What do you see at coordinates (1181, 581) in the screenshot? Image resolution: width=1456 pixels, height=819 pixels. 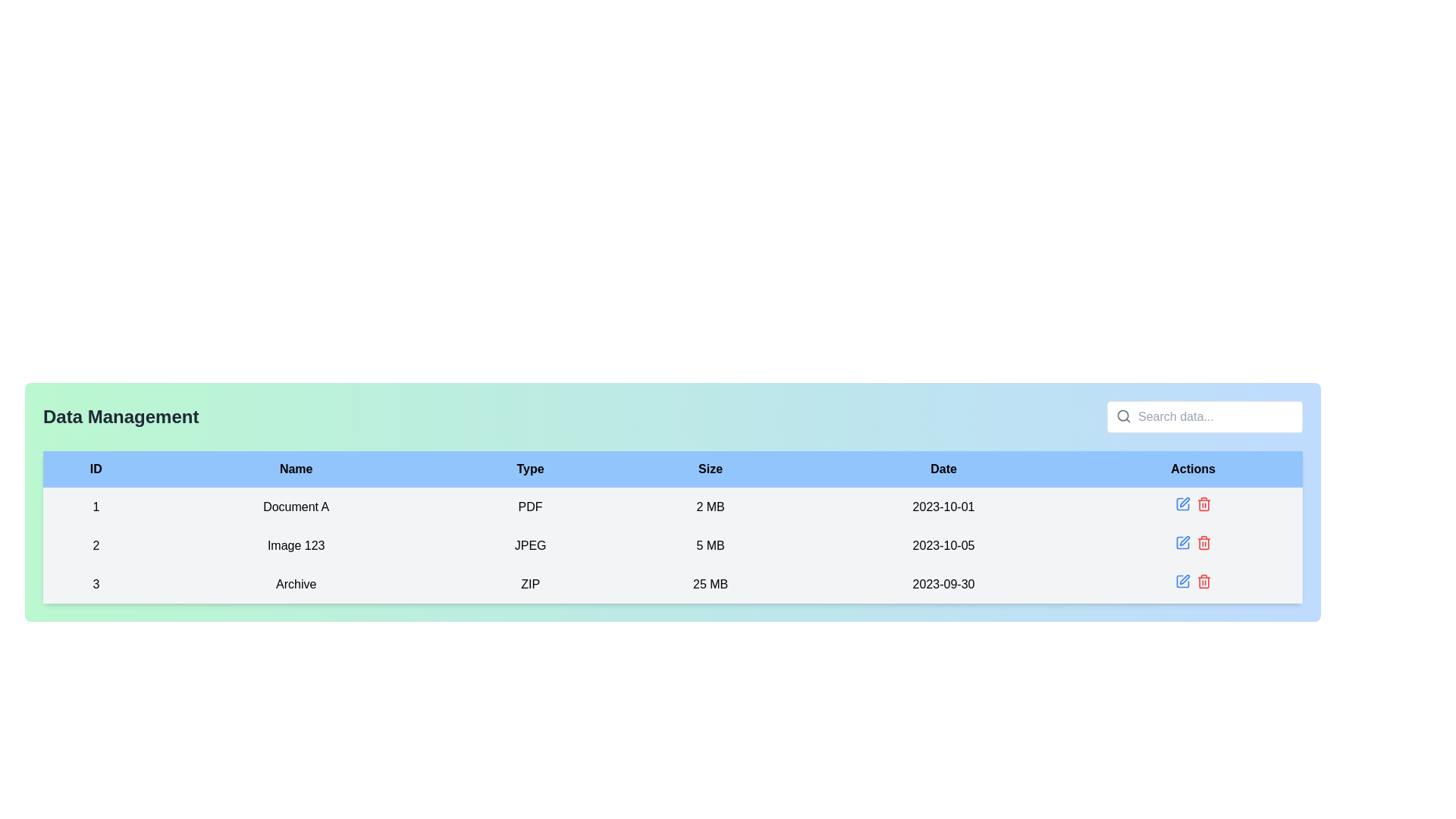 I see `the 'Edit' icon, which is a square graphical icon with a line indicating a document, located in the 'Actions' column of the data table for the third row corresponding to the 'Archive' entry` at bounding box center [1181, 581].